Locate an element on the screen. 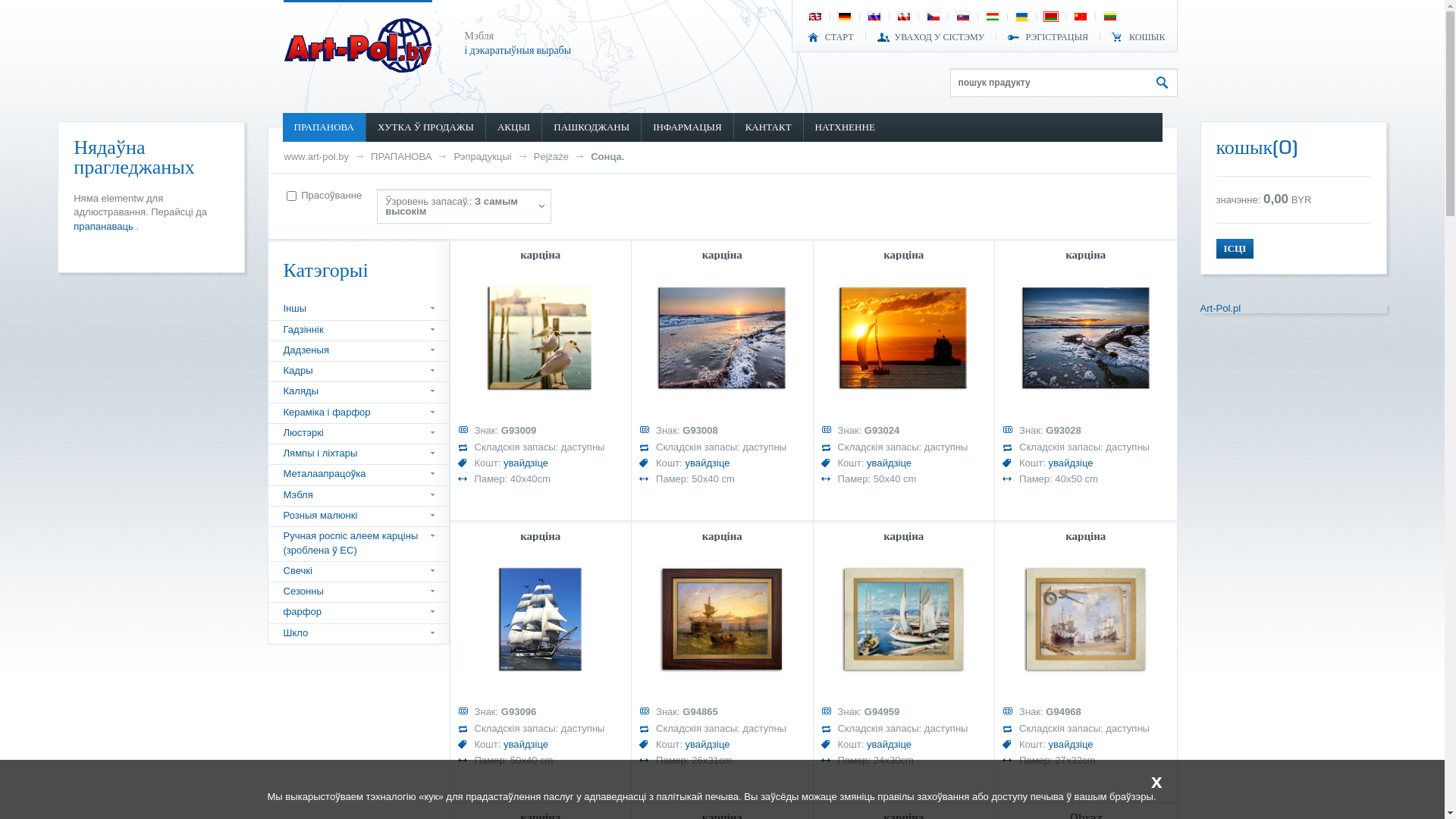 The height and width of the screenshot is (819, 1456). 'sk' is located at coordinates (956, 17).